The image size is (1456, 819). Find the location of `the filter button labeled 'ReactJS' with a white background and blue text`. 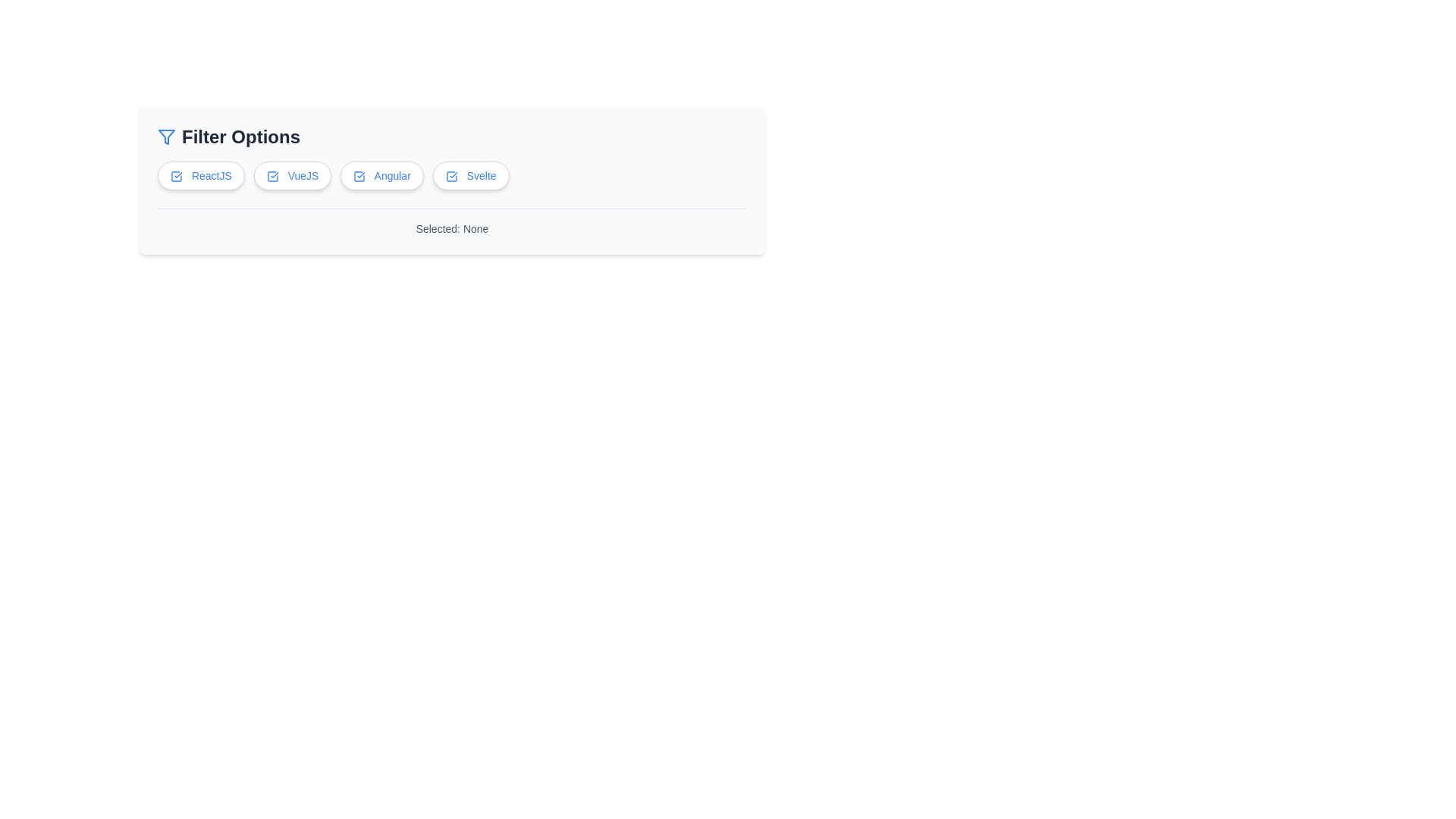

the filter button labeled 'ReactJS' with a white background and blue text is located at coordinates (200, 174).